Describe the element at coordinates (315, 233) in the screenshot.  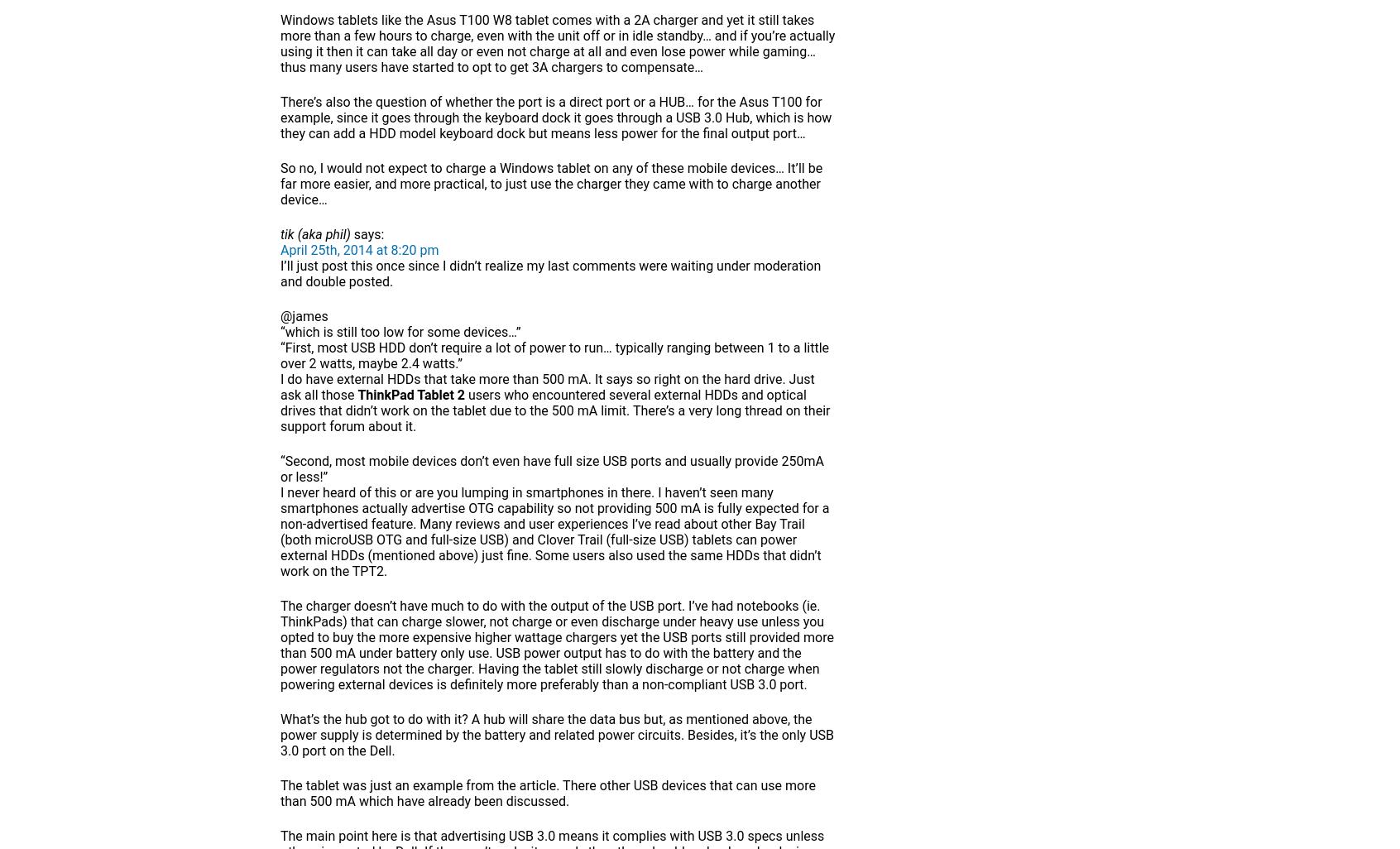
I see `'tik (aka phil)'` at that location.